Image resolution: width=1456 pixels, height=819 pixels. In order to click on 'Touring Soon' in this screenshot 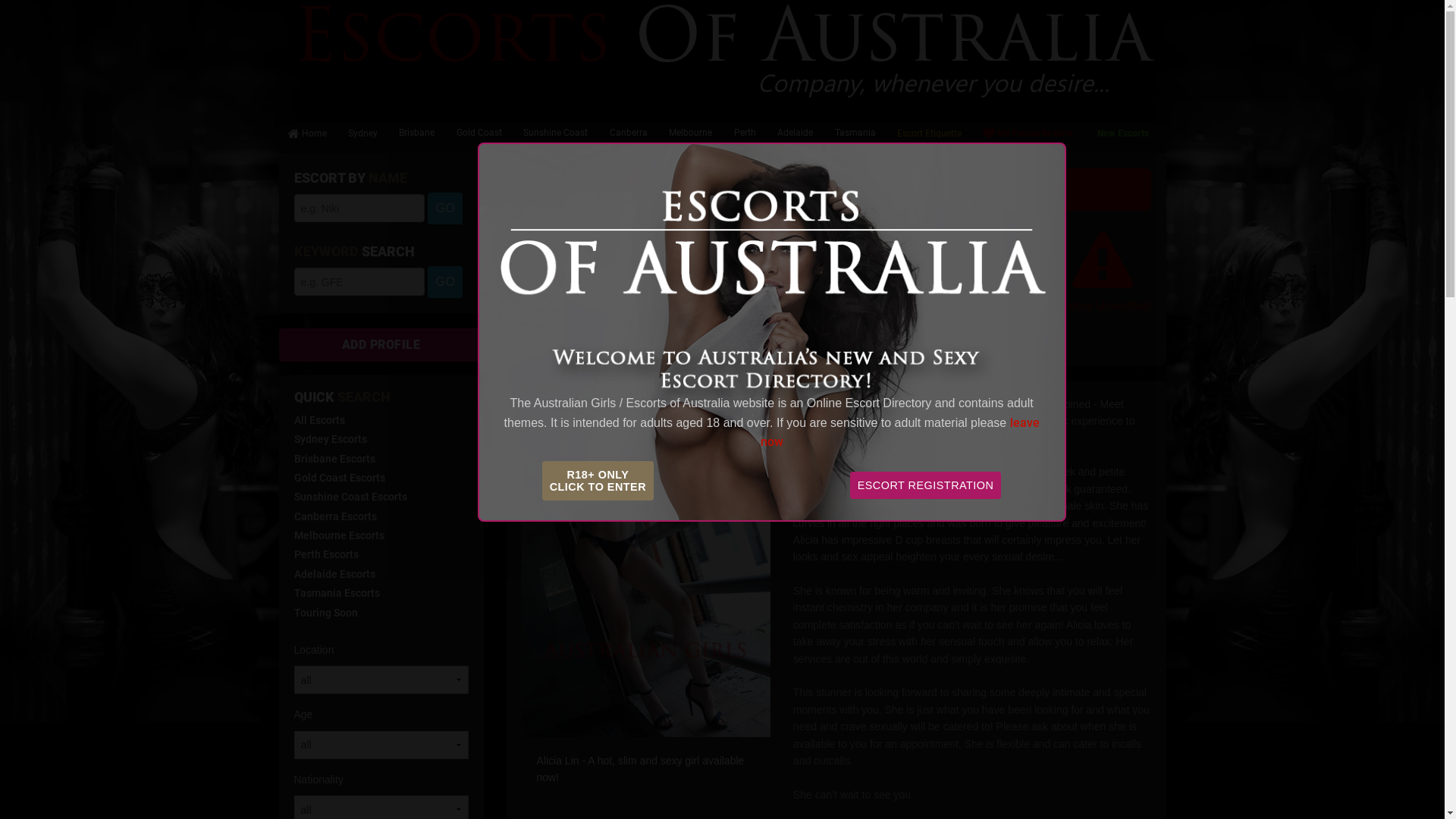, I will do `click(294, 611)`.